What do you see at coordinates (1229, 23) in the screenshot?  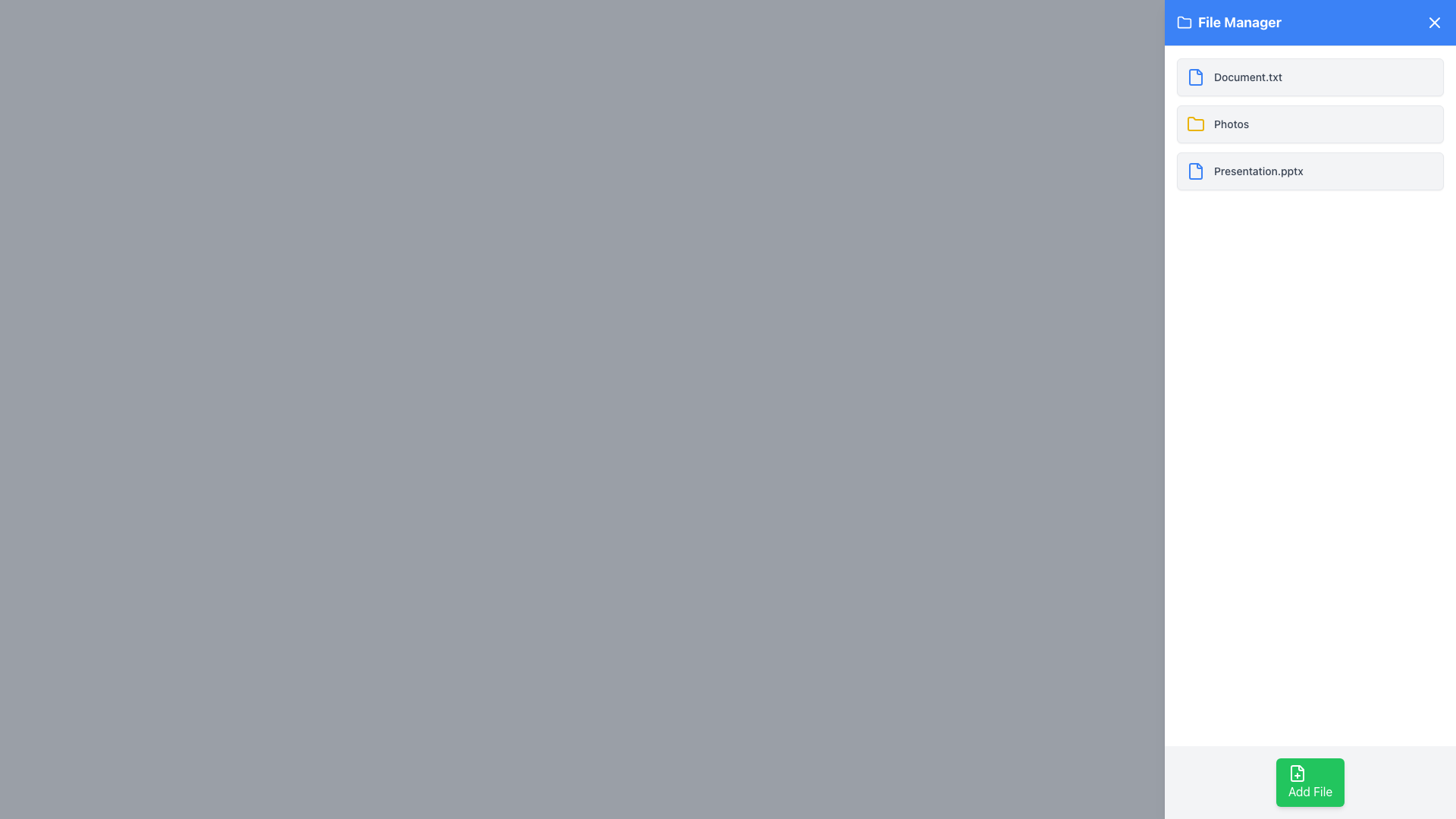 I see `the label located in the blue header bar at the top-left corner of the interface, which serves as a title for the current tool or view` at bounding box center [1229, 23].